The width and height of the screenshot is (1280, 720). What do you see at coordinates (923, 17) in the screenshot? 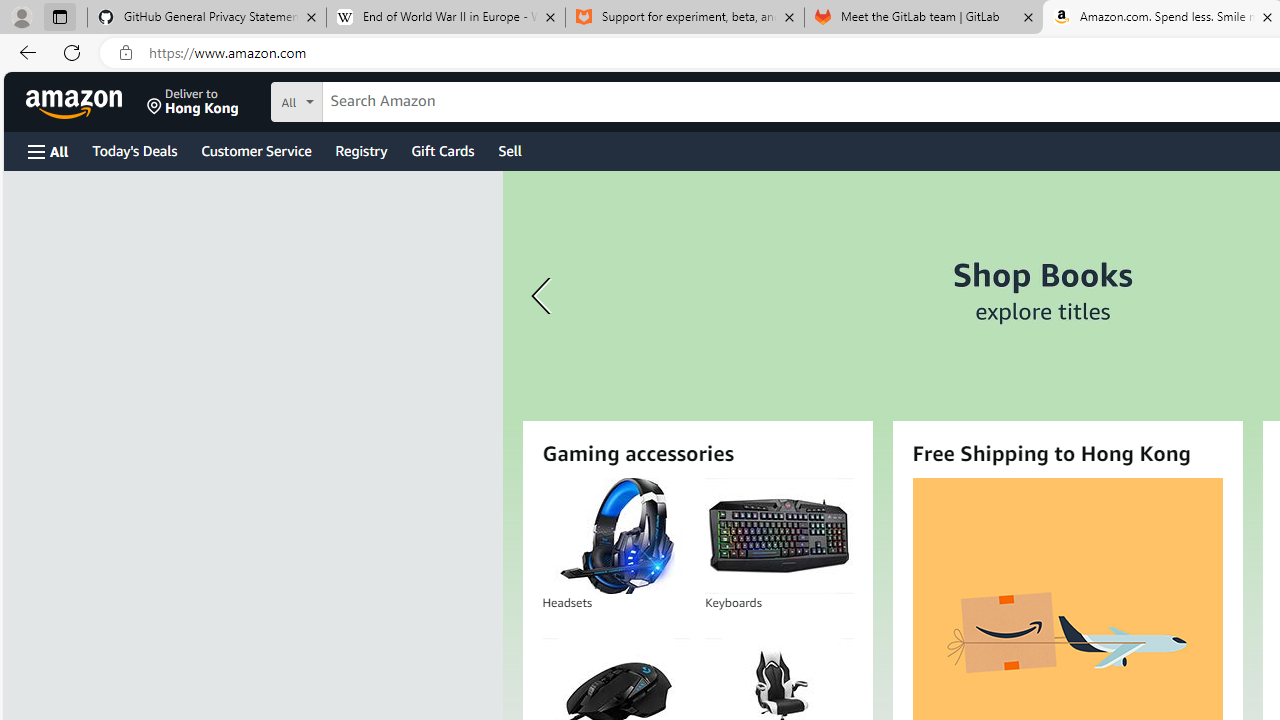
I see `'Meet the GitLab team | GitLab'` at bounding box center [923, 17].